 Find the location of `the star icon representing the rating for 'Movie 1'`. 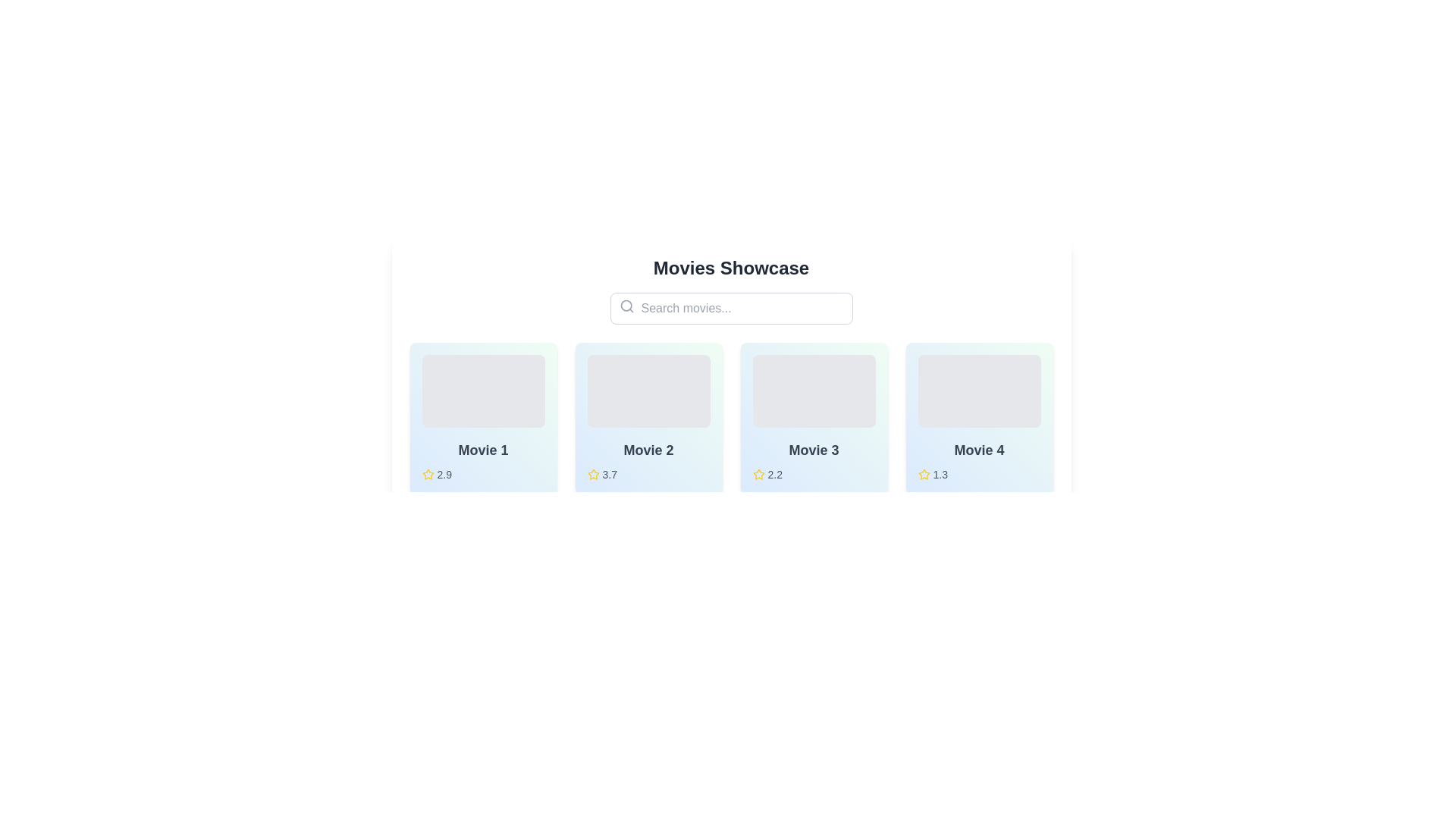

the star icon representing the rating for 'Movie 1' is located at coordinates (427, 473).